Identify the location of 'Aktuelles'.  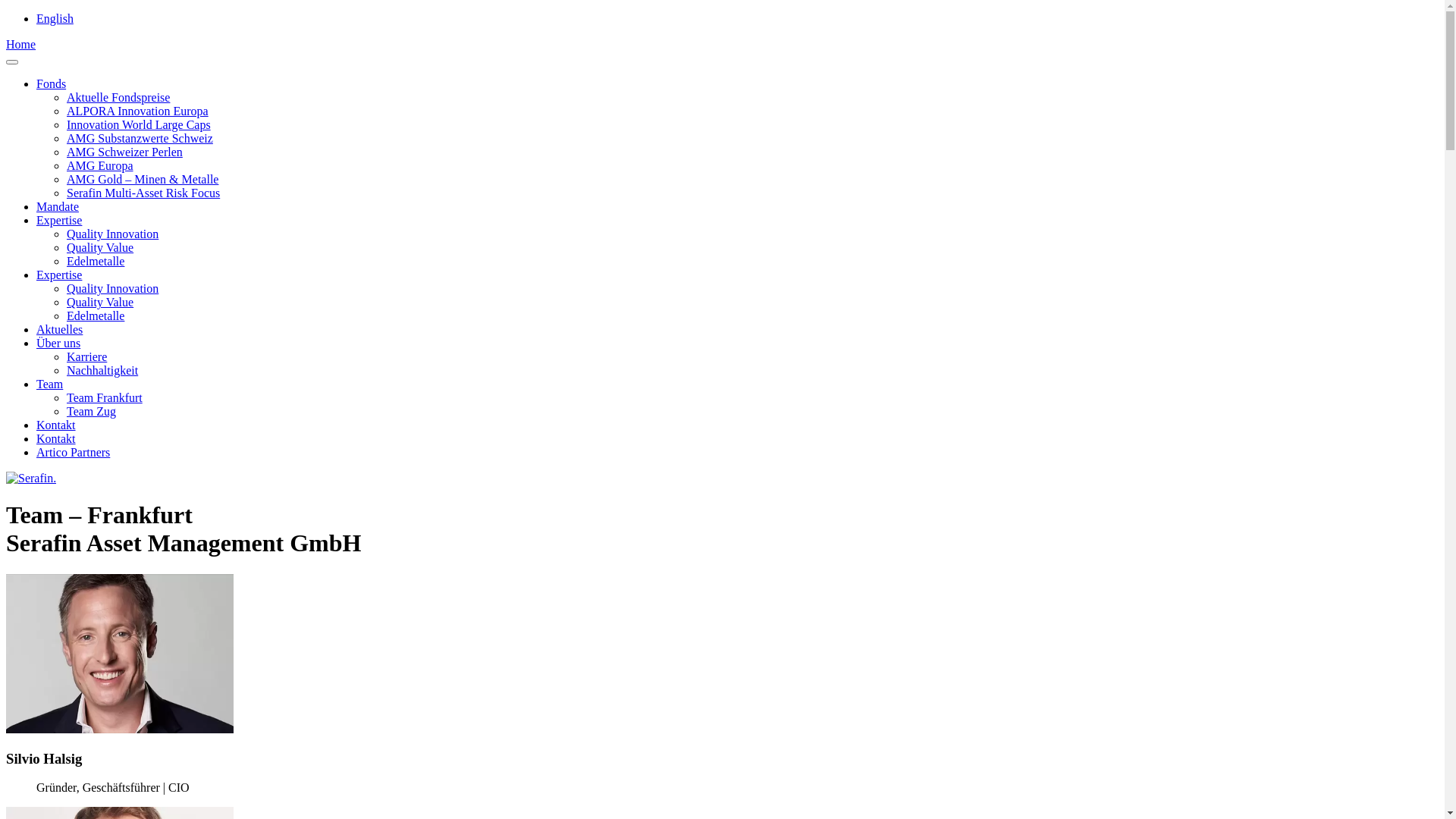
(59, 328).